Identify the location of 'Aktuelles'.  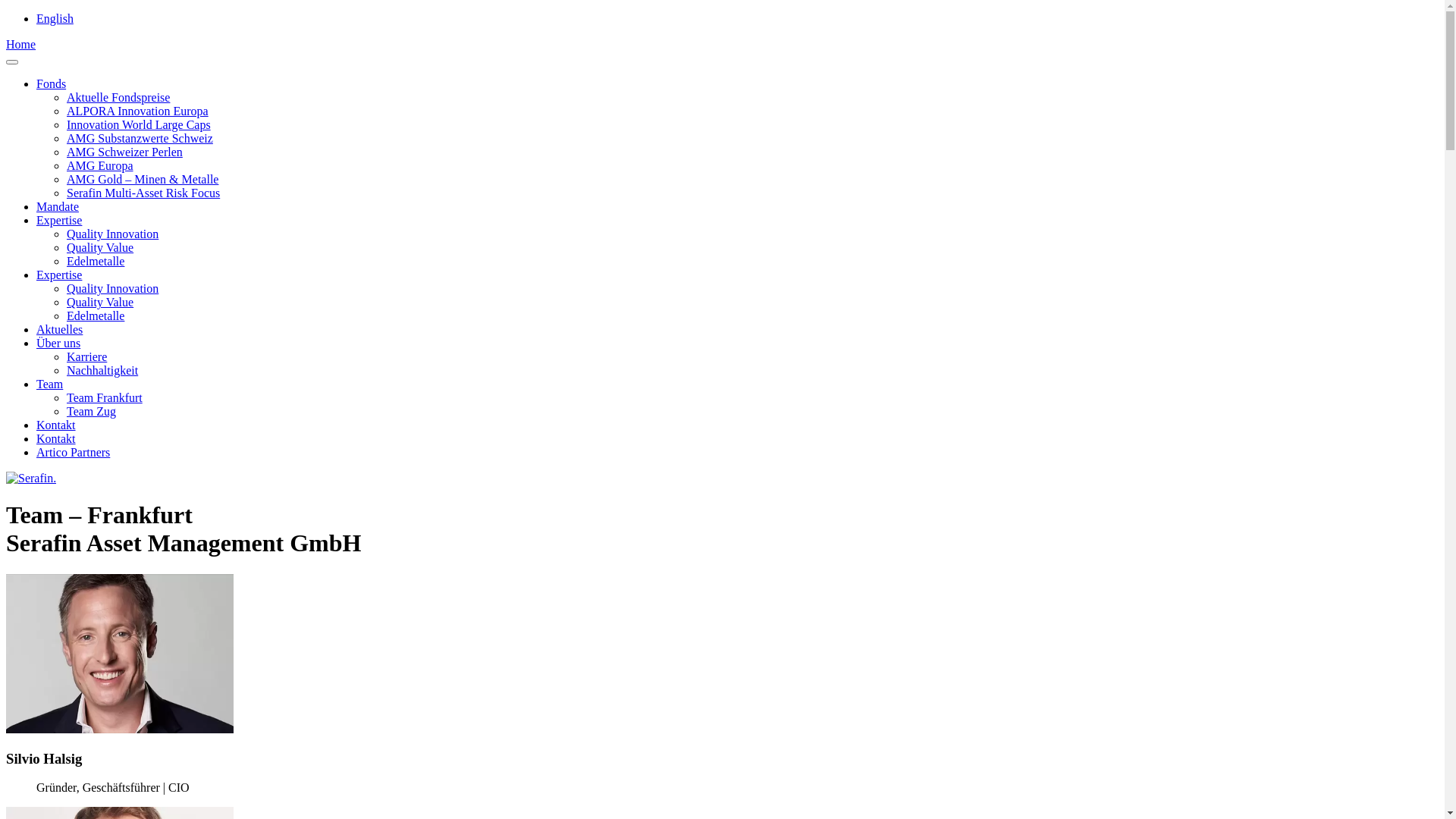
(59, 328).